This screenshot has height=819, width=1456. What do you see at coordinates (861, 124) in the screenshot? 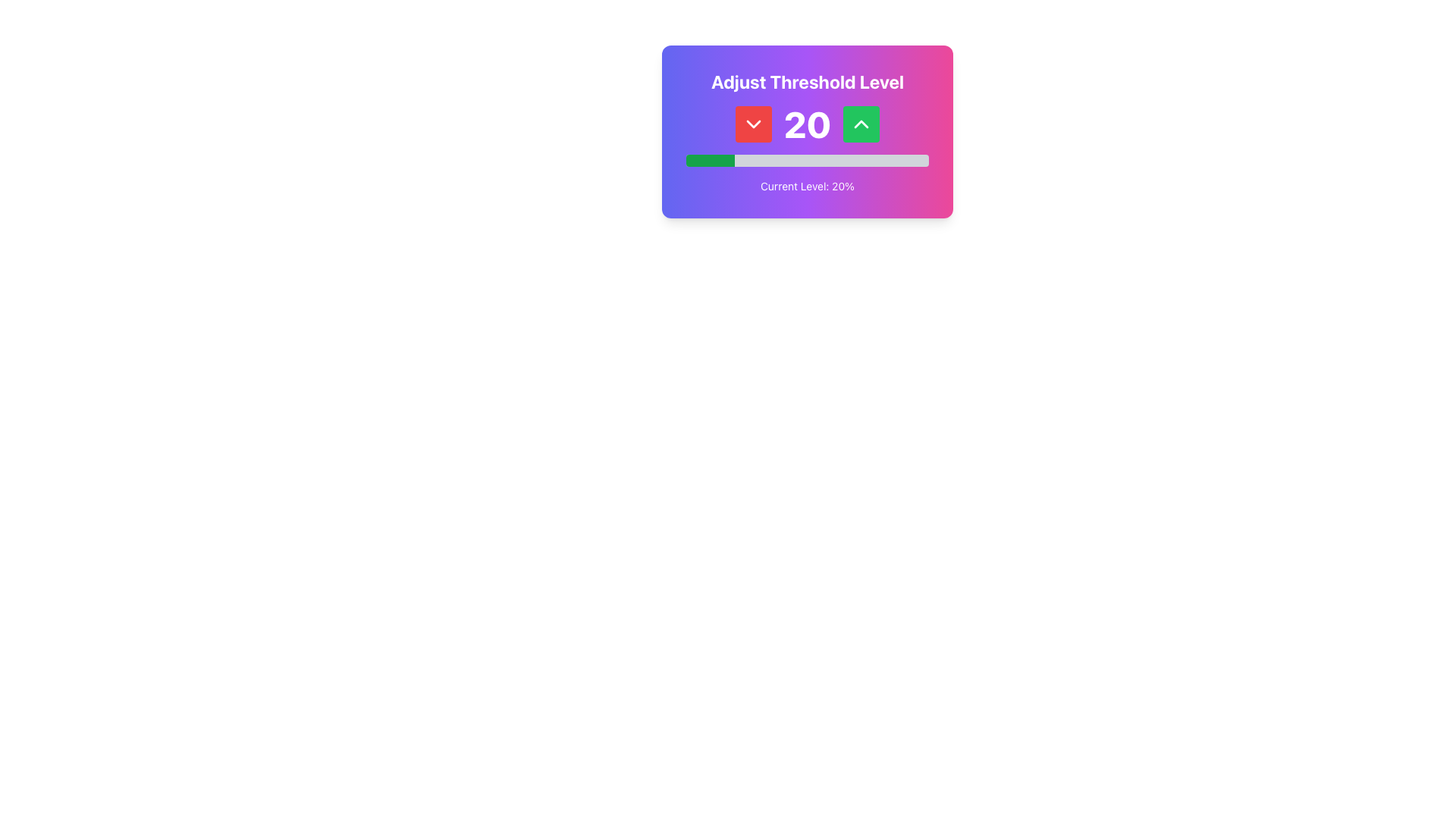
I see `the upward-pointing chevron icon button, which is rendered in white and surrounded by a green circular button, to increment the threshold` at bounding box center [861, 124].